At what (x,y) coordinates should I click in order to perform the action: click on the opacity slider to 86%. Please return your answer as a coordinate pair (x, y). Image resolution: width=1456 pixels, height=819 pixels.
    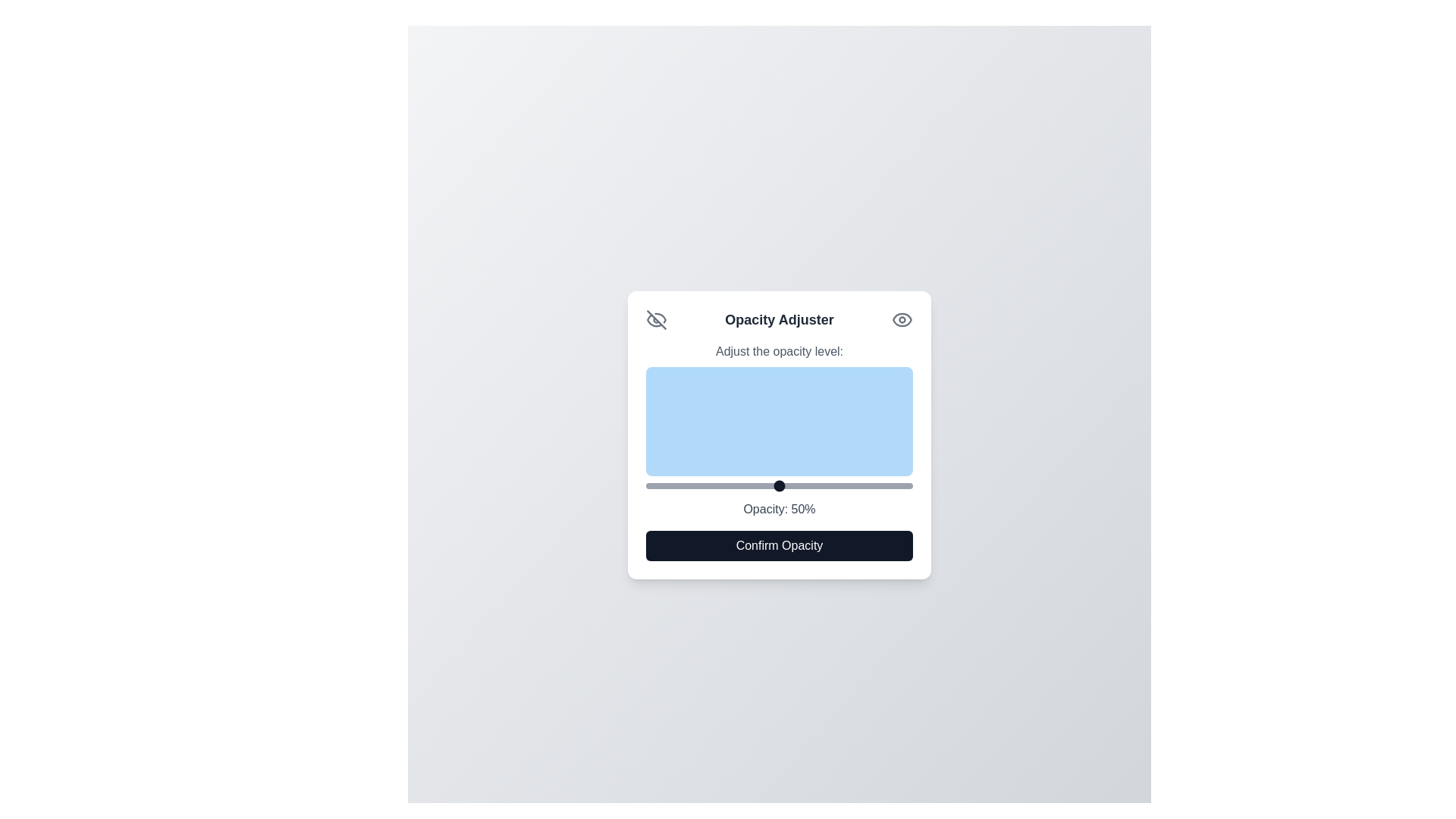
    Looking at the image, I should click on (875, 485).